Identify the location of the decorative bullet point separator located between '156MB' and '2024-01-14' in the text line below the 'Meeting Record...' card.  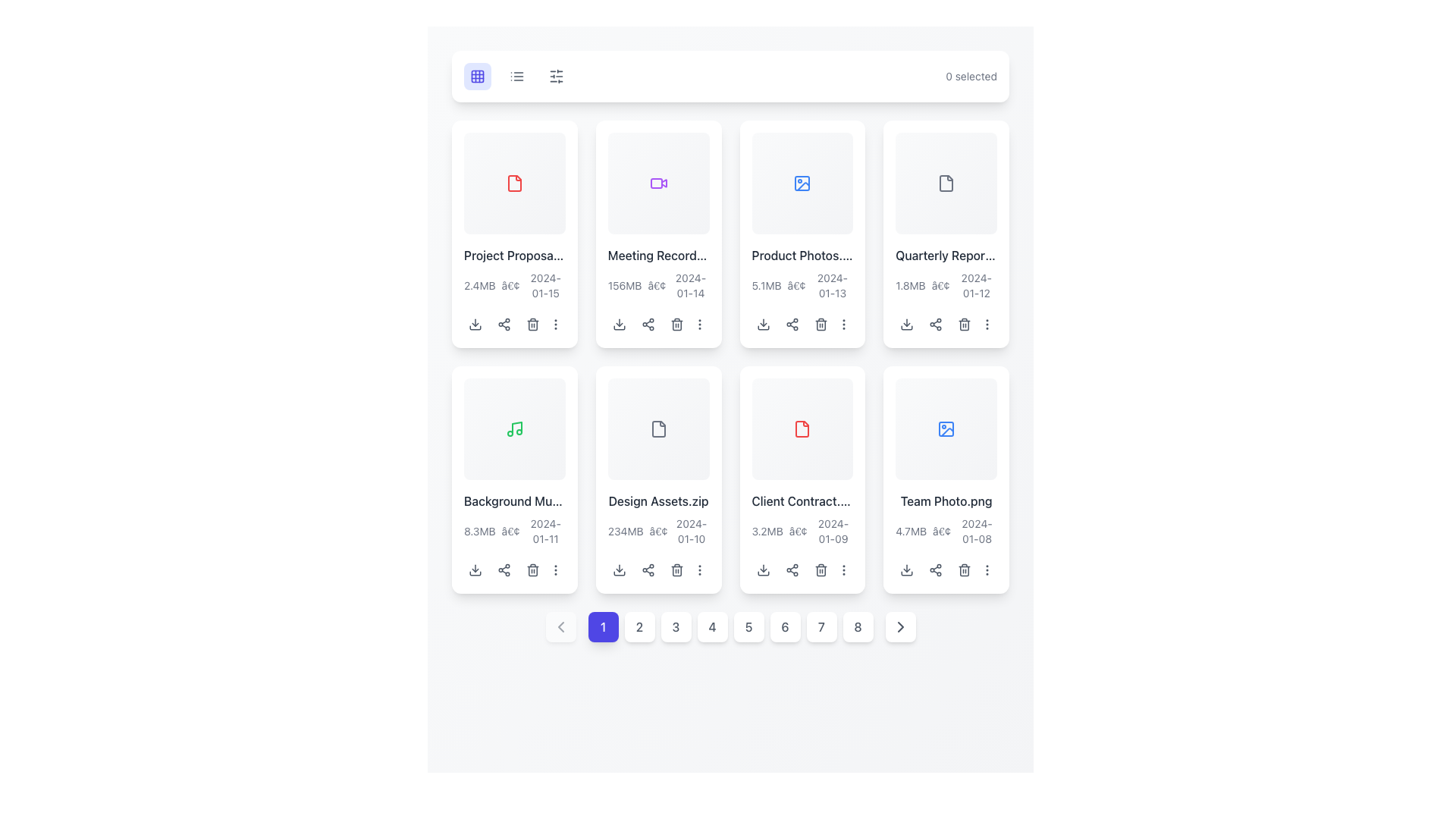
(657, 285).